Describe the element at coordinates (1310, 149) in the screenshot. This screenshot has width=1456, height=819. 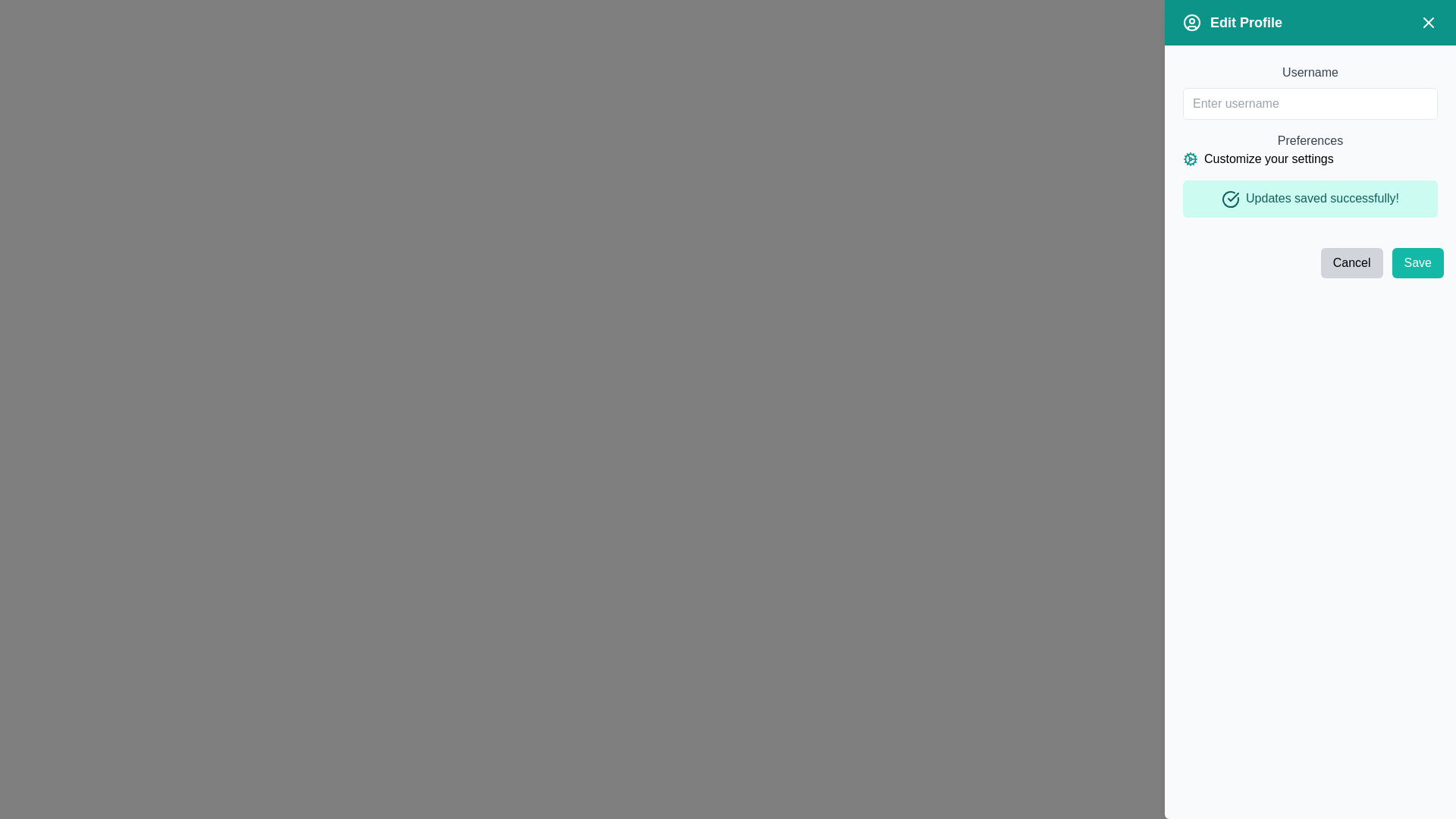
I see `the 'Preferences' text element that features a teal cogwheel icon and is located in the 'Edit Profile' dialog box, positioned between the 'Username' section and the status message 'Updates saved successfully!'` at that location.